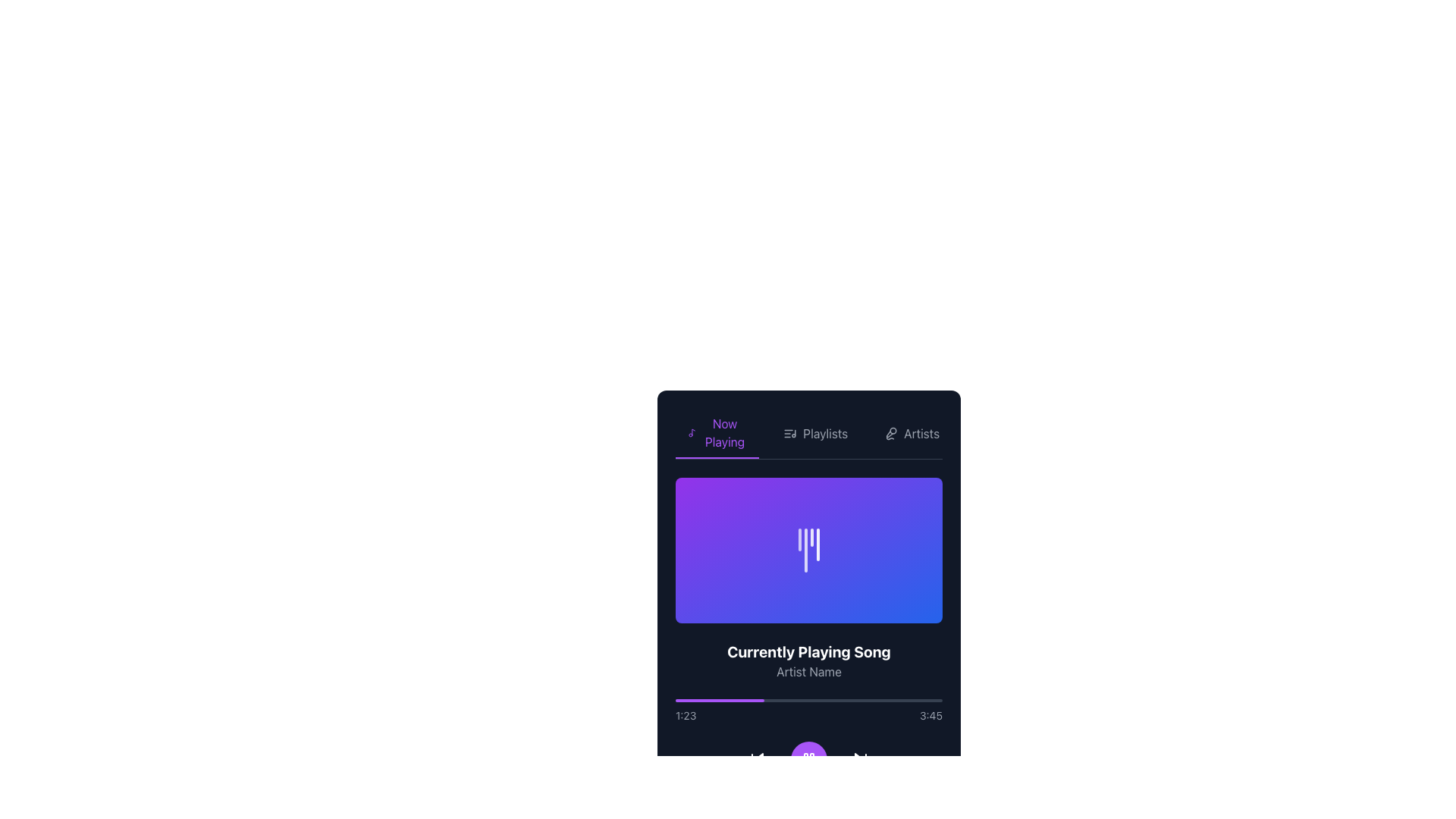 The width and height of the screenshot is (1456, 819). I want to click on the purple musical note icon located to the left of the 'Now Playing' text, so click(691, 432).